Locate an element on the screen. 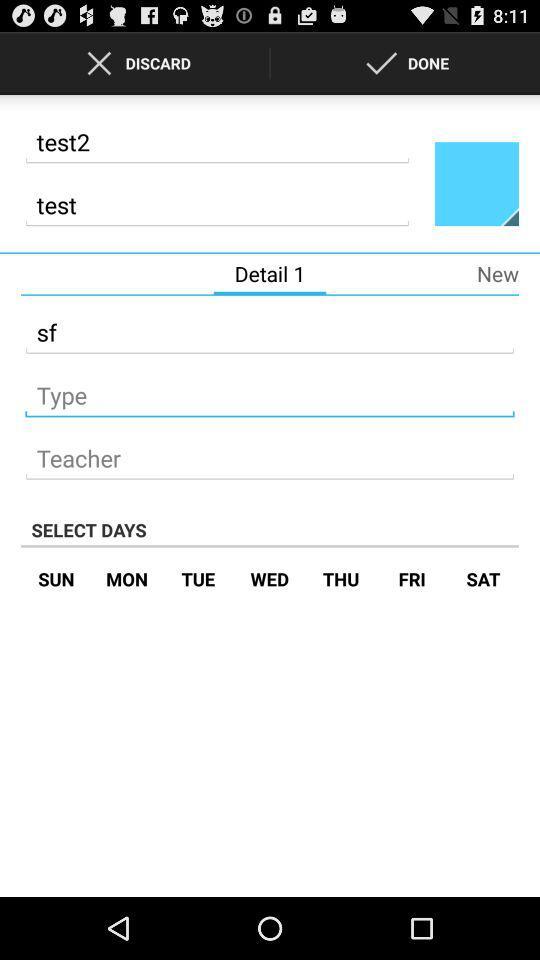 The image size is (540, 960). what type is located at coordinates (270, 388).